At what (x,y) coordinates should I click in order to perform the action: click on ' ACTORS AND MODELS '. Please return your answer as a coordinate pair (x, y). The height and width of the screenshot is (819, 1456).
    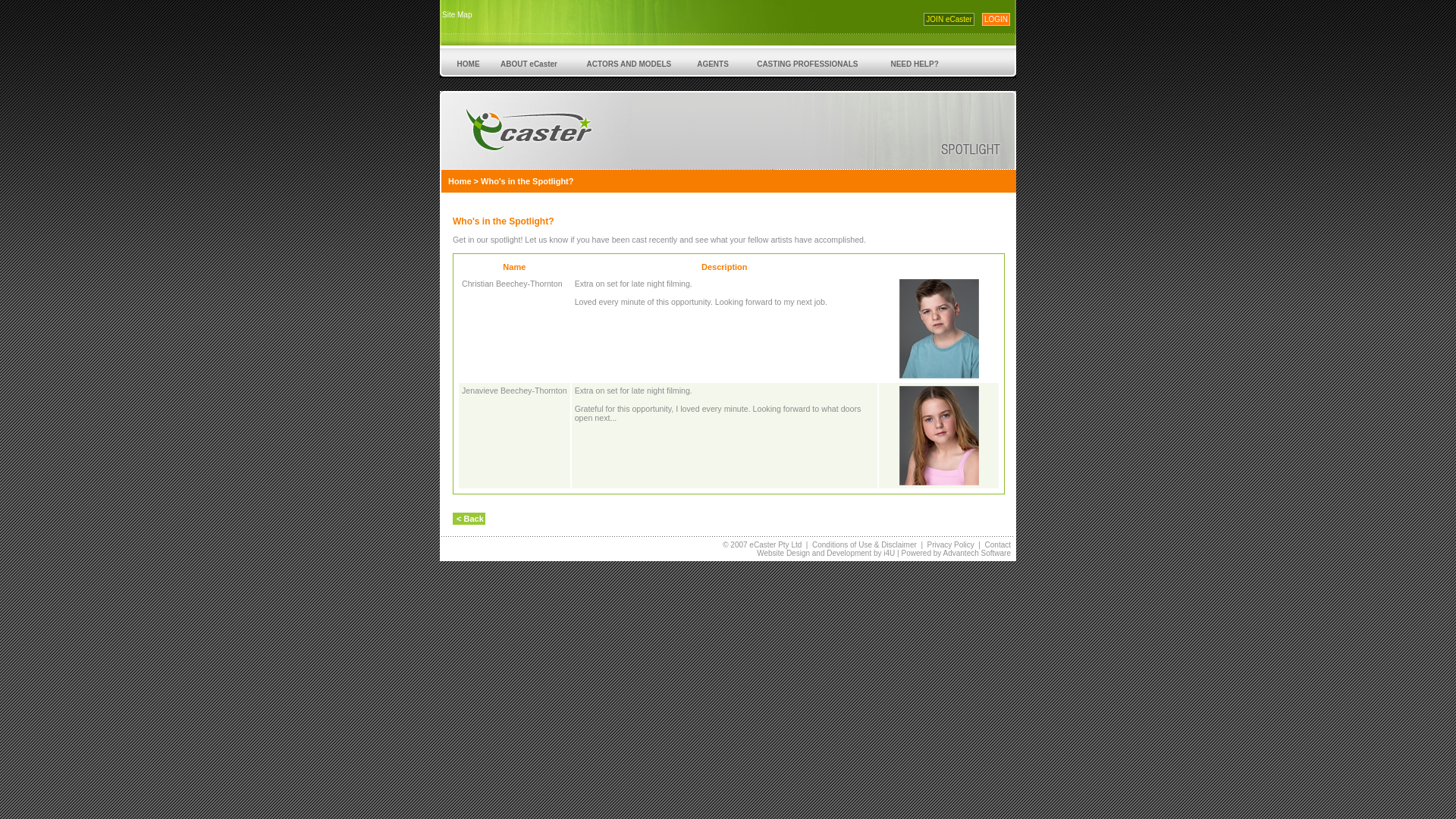
    Looking at the image, I should click on (570, 62).